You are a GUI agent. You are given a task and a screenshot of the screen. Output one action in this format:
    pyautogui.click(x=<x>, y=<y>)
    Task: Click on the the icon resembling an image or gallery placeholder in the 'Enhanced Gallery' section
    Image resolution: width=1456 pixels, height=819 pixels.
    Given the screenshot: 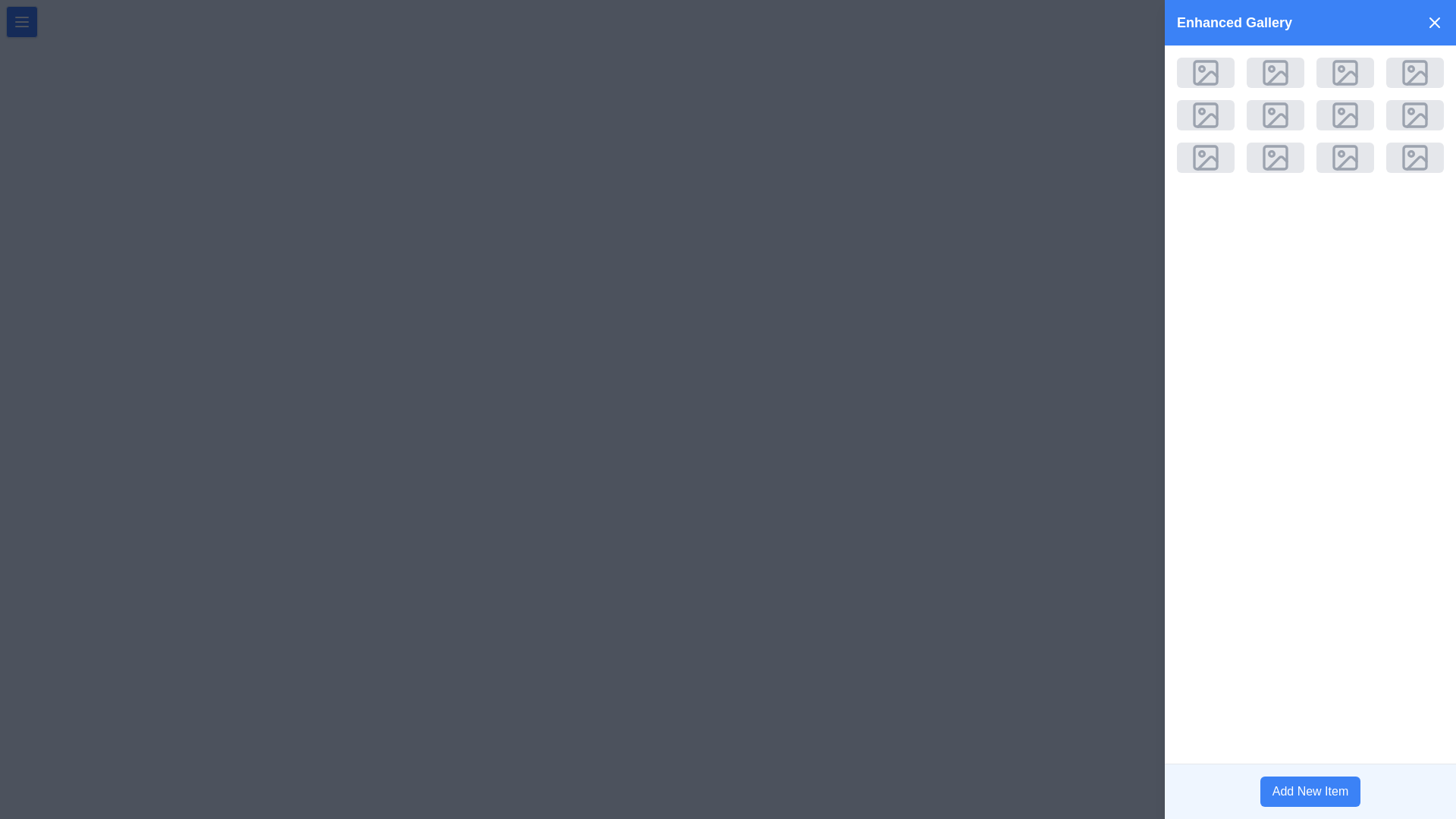 What is the action you would take?
    pyautogui.click(x=1345, y=73)
    